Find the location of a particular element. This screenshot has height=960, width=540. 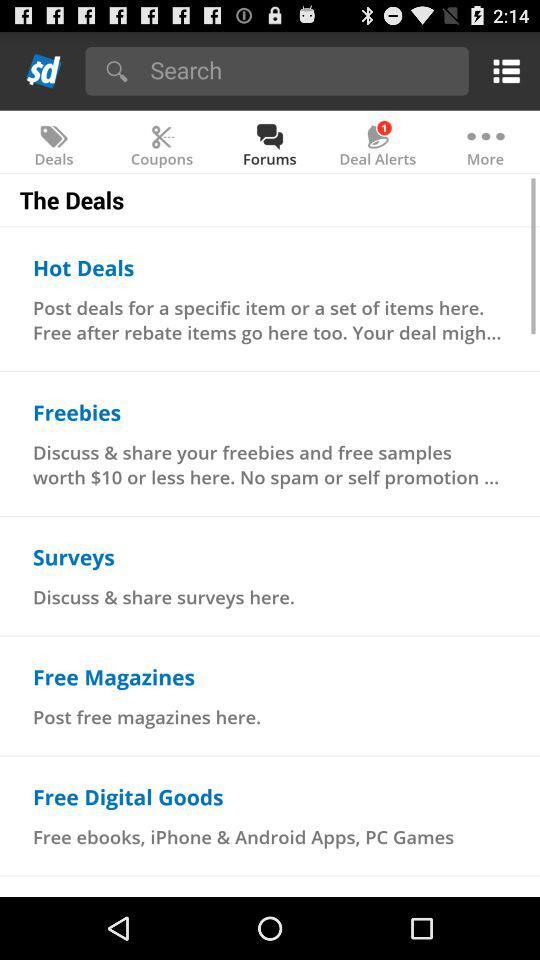

show menu is located at coordinates (502, 70).